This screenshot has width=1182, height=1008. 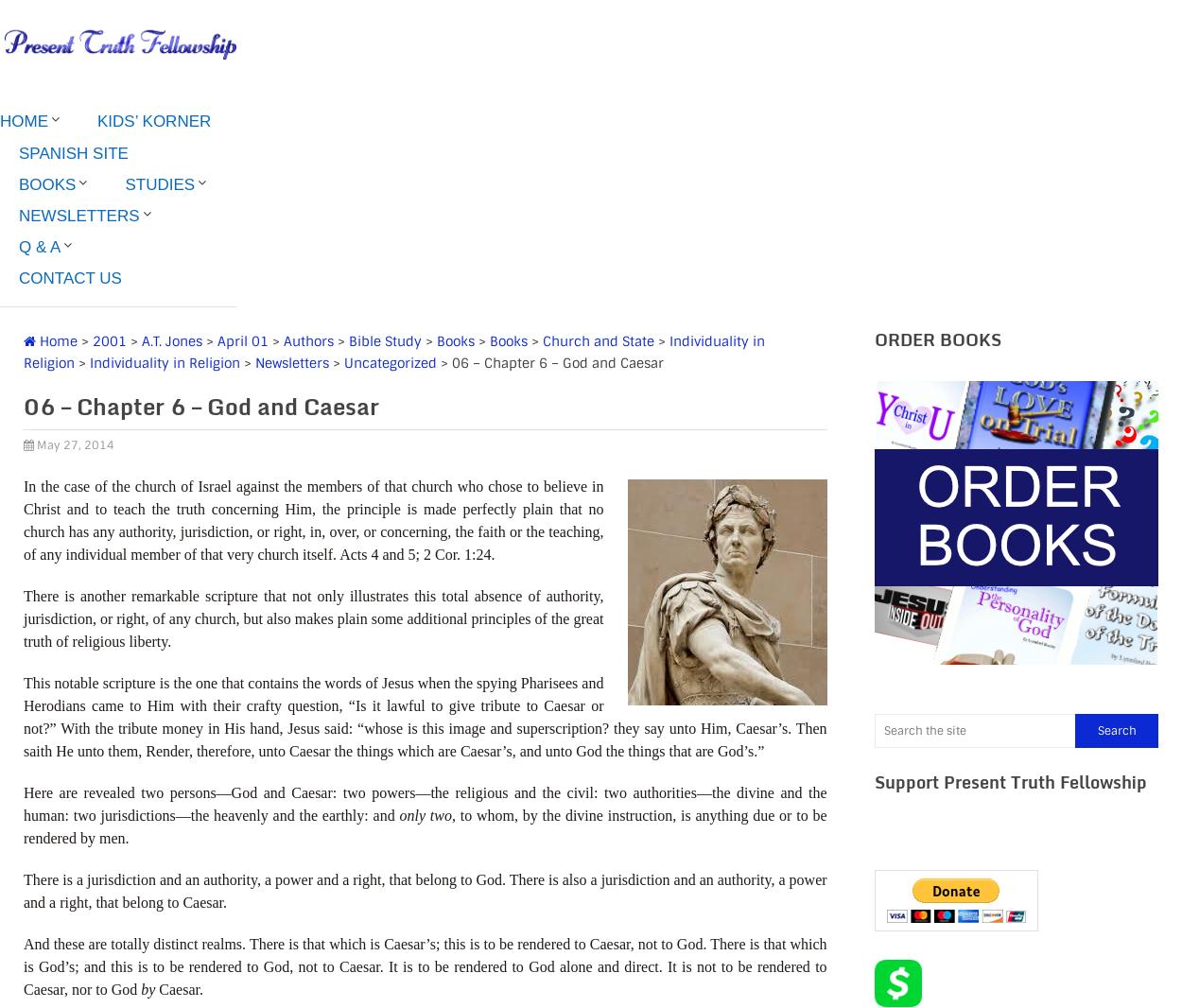 What do you see at coordinates (424, 803) in the screenshot?
I see `'Here are revealed two persons—God and Caesar: two powers—the religious and the civil: two authorities—the divine and the human: two jurisdictions—the heavenly and the earthly: and'` at bounding box center [424, 803].